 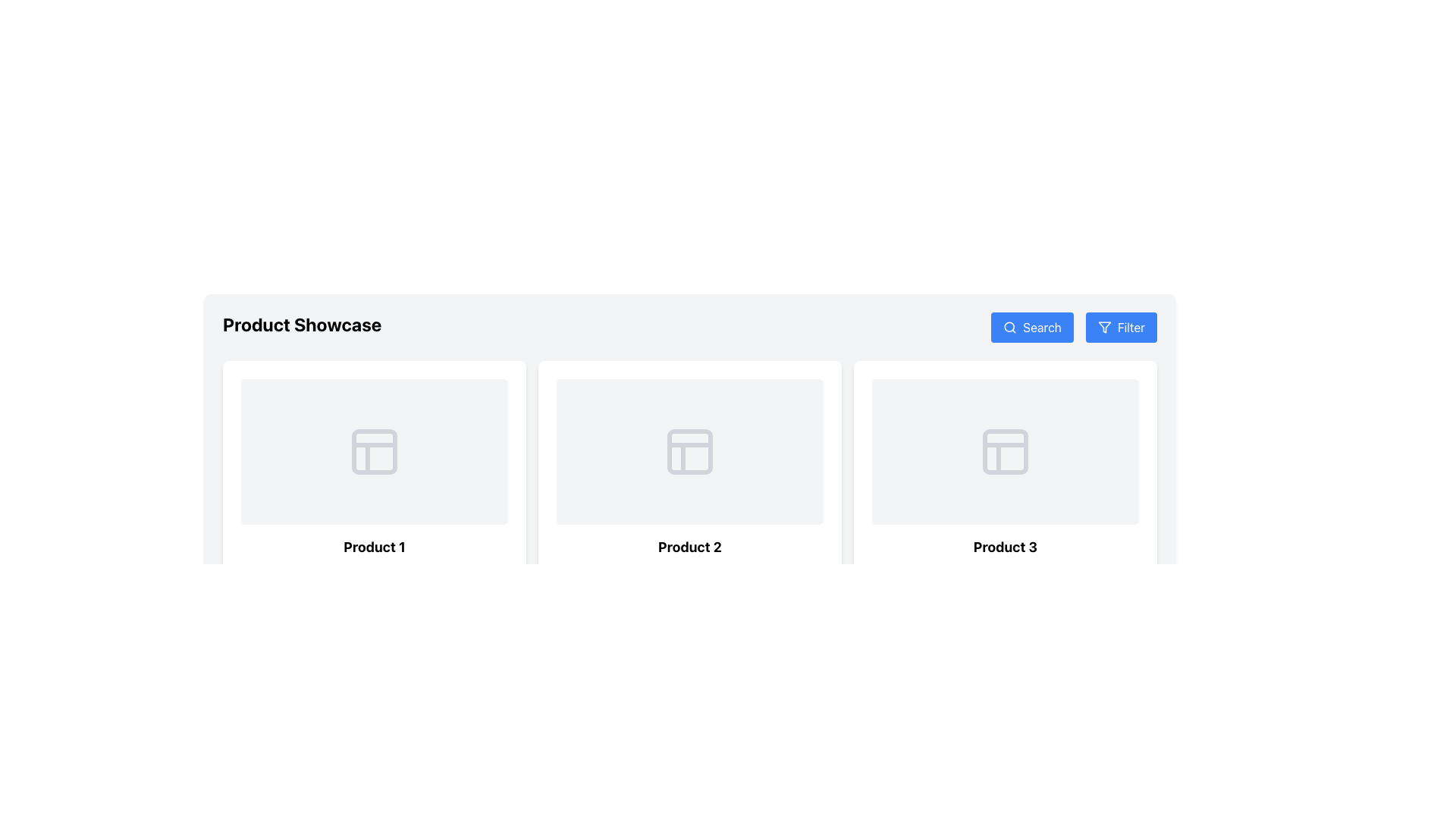 What do you see at coordinates (689, 547) in the screenshot?
I see `the text label displaying the title 'Product 2', which is the header of the middle card in a horizontally aligned group of cards, to visually reference the product` at bounding box center [689, 547].